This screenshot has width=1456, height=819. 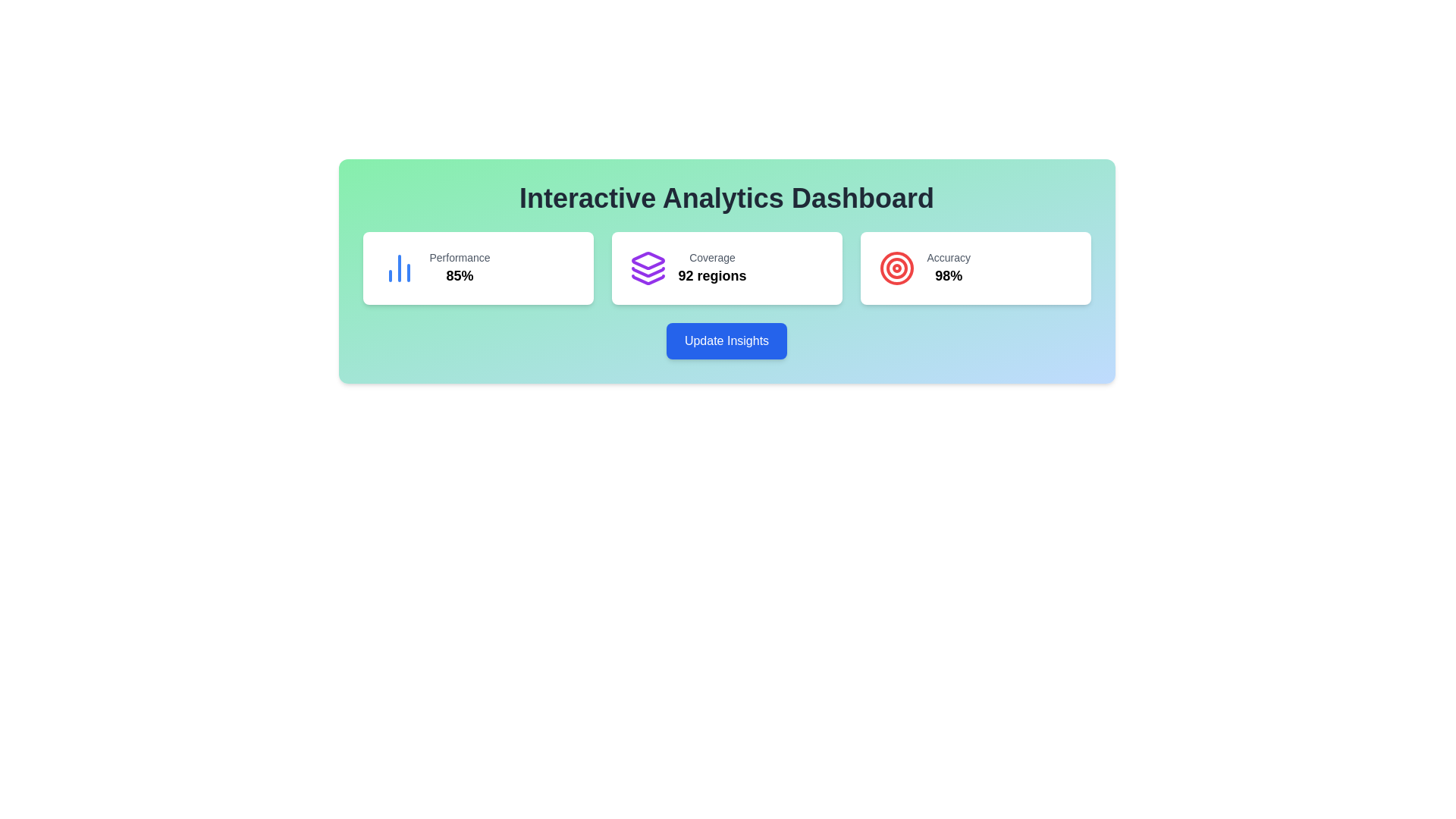 What do you see at coordinates (726, 268) in the screenshot?
I see `the 'Coverage' card displaying '92 regions' for more details, which is the middle card in a horizontal grid of three cards beneath the 'Interactive Analytics Dashboard' heading` at bounding box center [726, 268].